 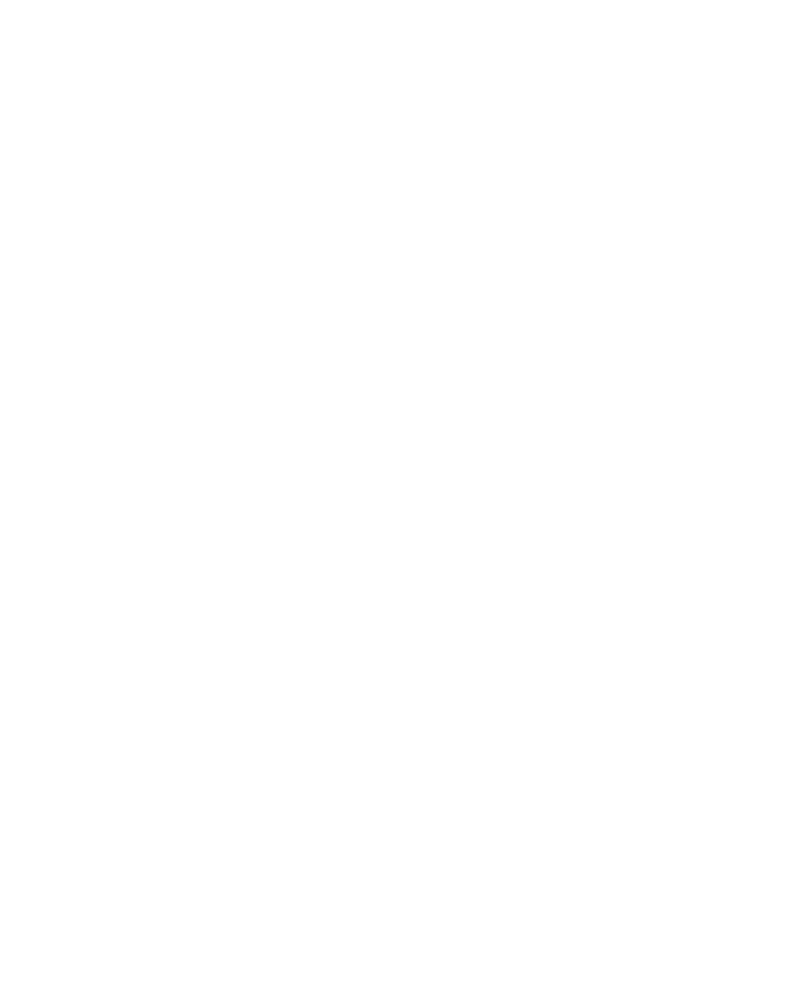 I want to click on 'Published: 09/26/2023', so click(x=384, y=805).